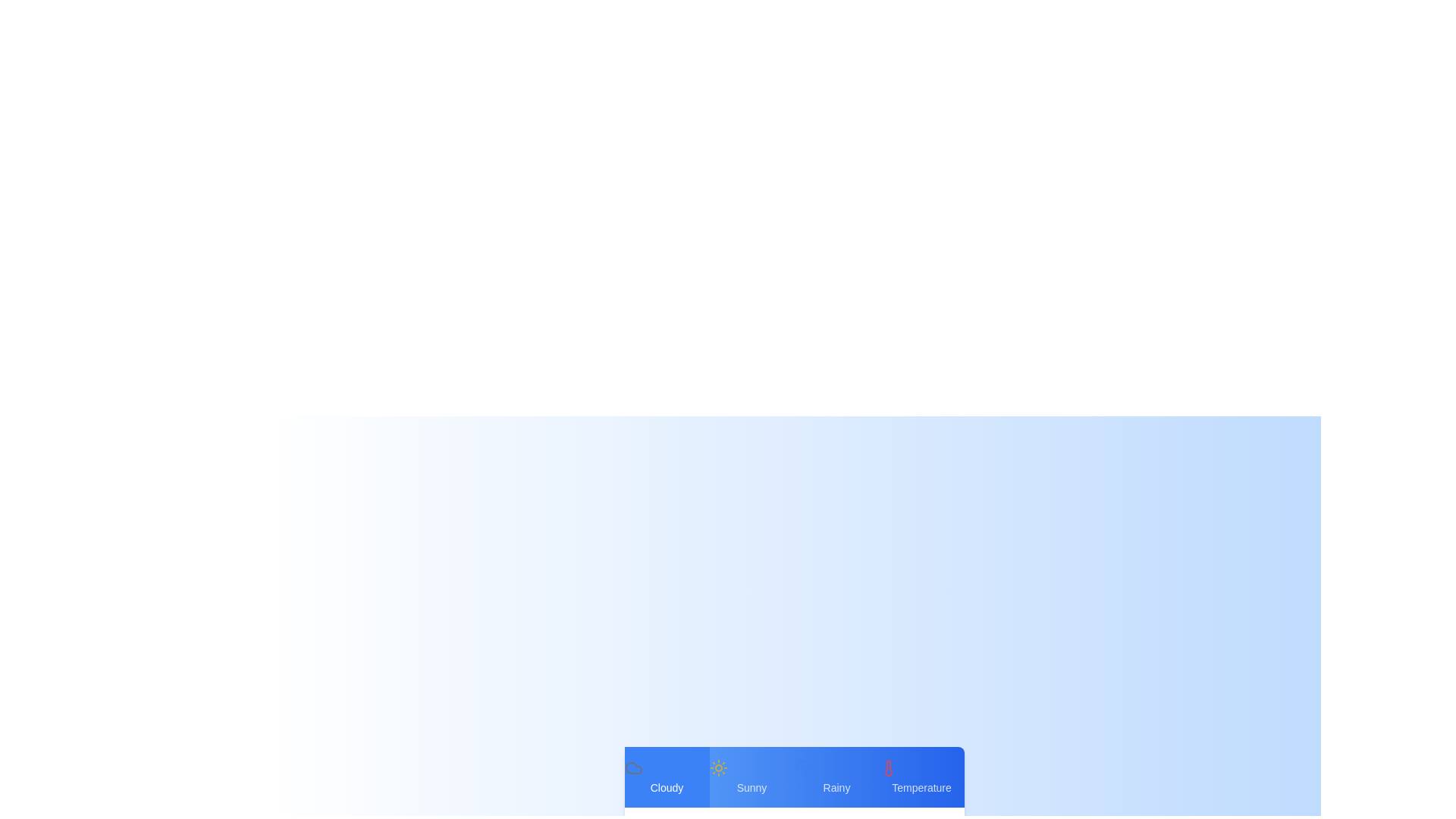 Image resolution: width=1456 pixels, height=819 pixels. Describe the element at coordinates (752, 777) in the screenshot. I see `the Sunny weather tab` at that location.